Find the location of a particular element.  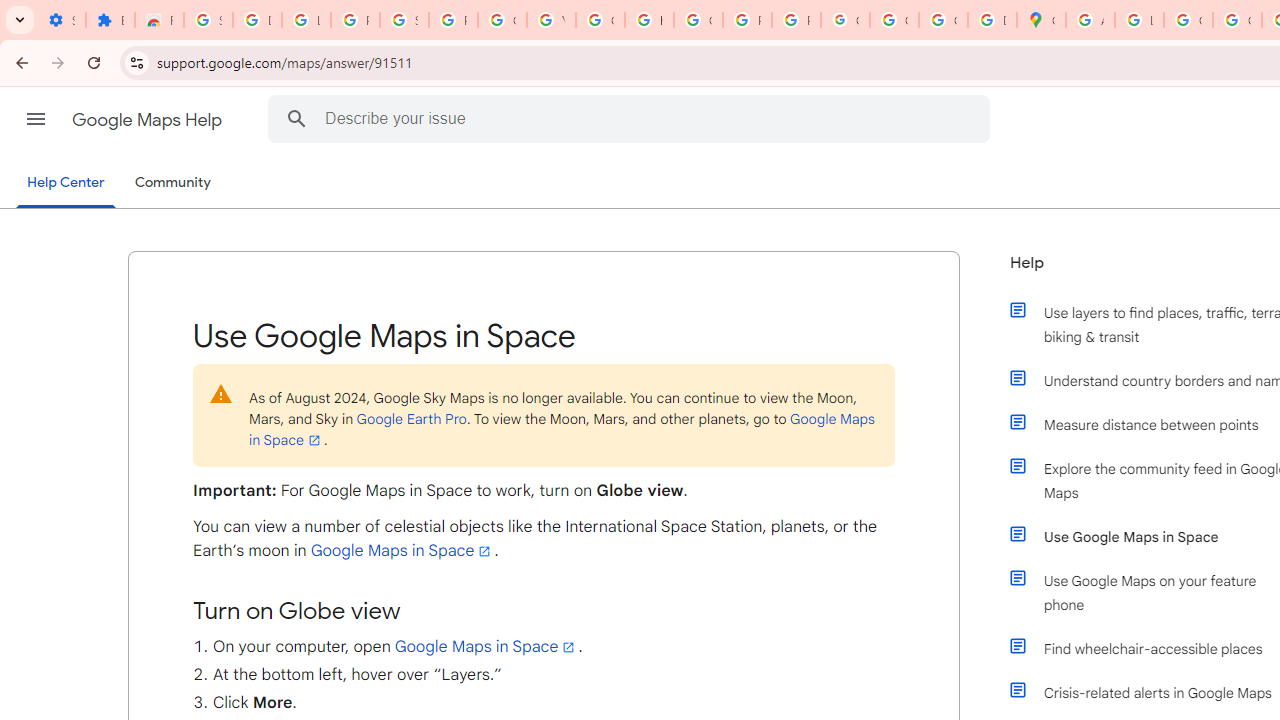

'Help Center' is located at coordinates (65, 183).